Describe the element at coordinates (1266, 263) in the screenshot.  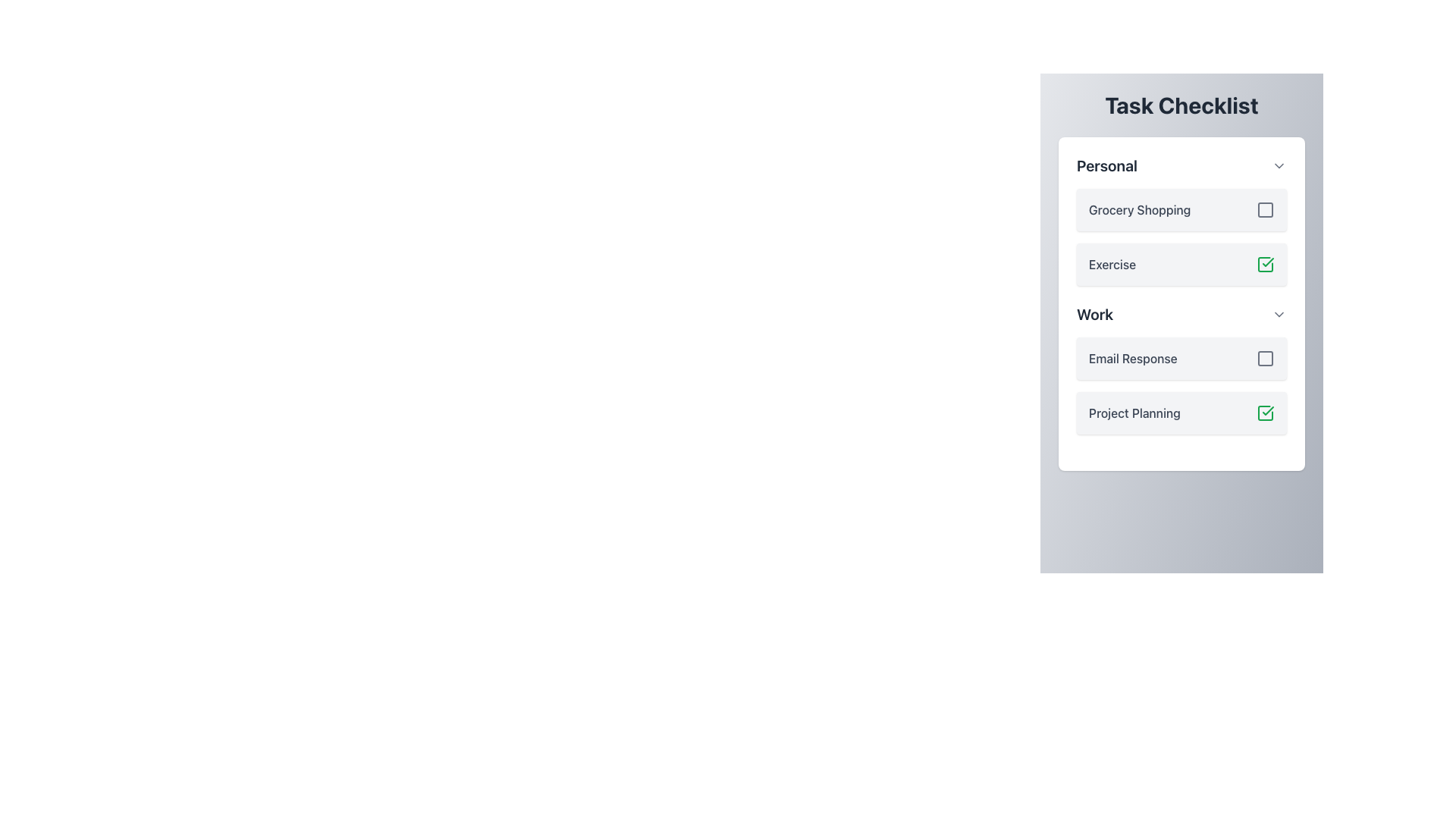
I see `the center of the interactive checkbox for the 'Exercise' task in the 'Task Checklist'` at that location.